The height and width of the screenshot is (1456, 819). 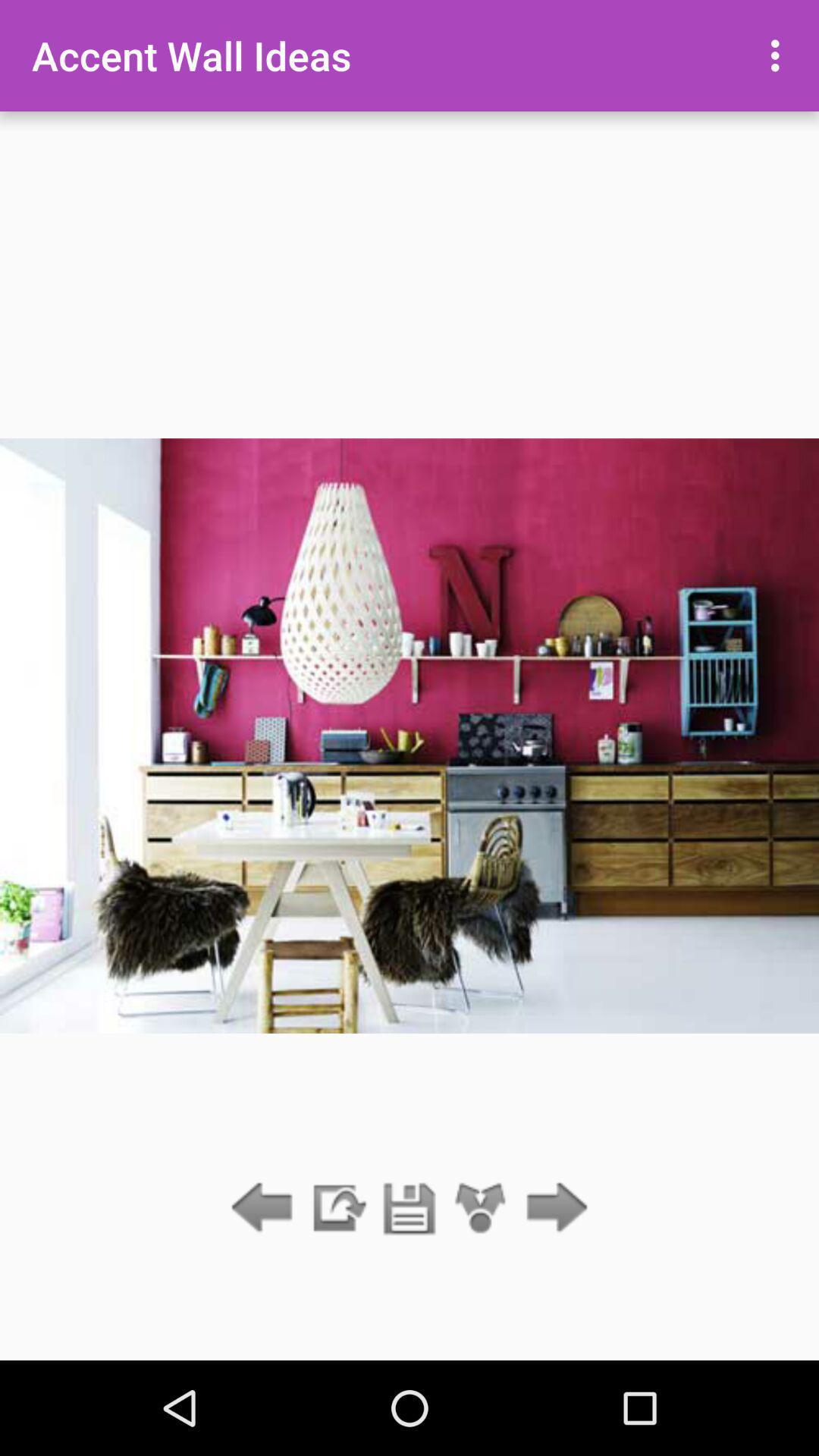 What do you see at coordinates (409, 1208) in the screenshot?
I see `project` at bounding box center [409, 1208].